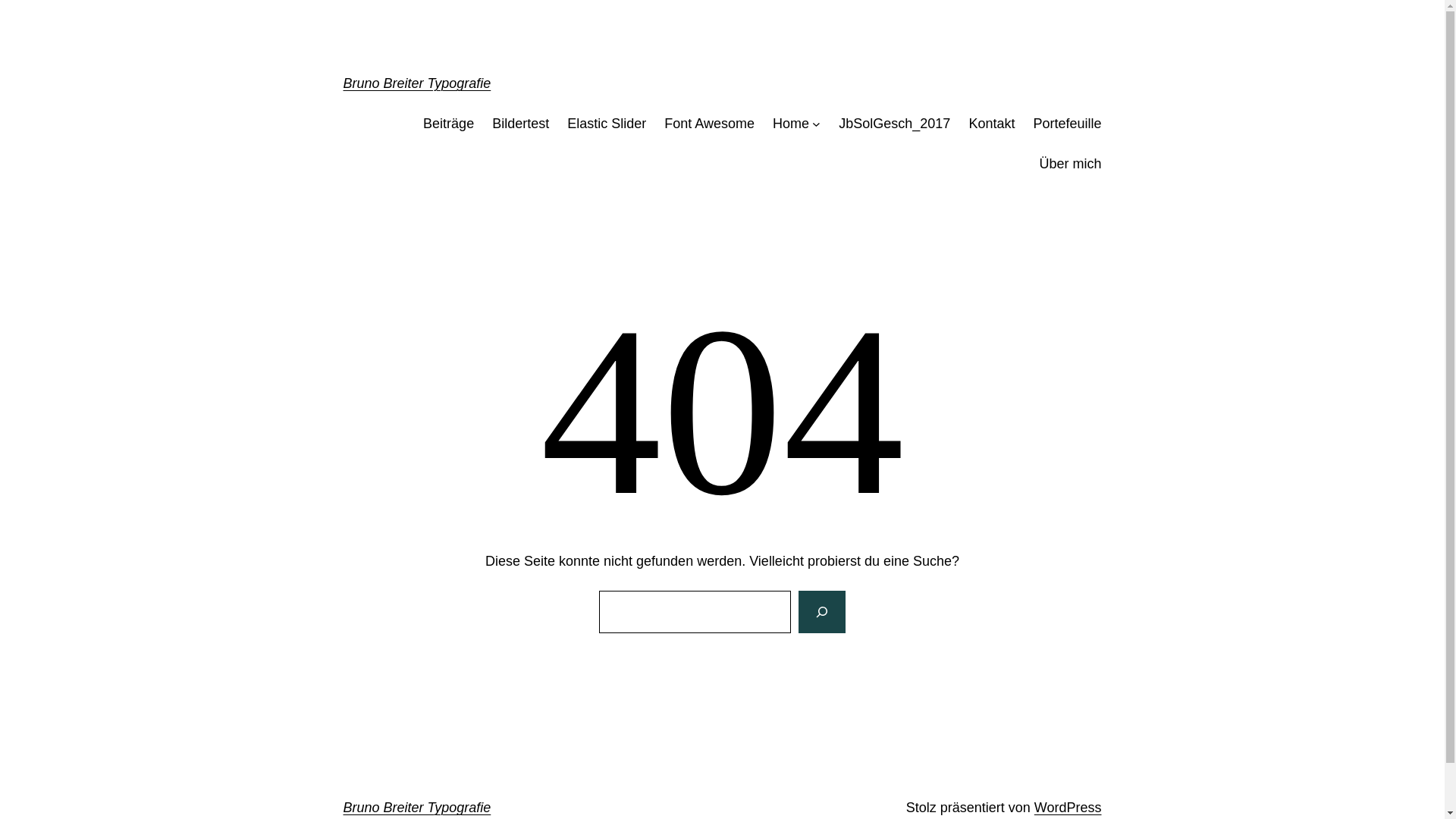 The width and height of the screenshot is (1456, 819). What do you see at coordinates (894, 123) in the screenshot?
I see `'JbSolGesch_2017'` at bounding box center [894, 123].